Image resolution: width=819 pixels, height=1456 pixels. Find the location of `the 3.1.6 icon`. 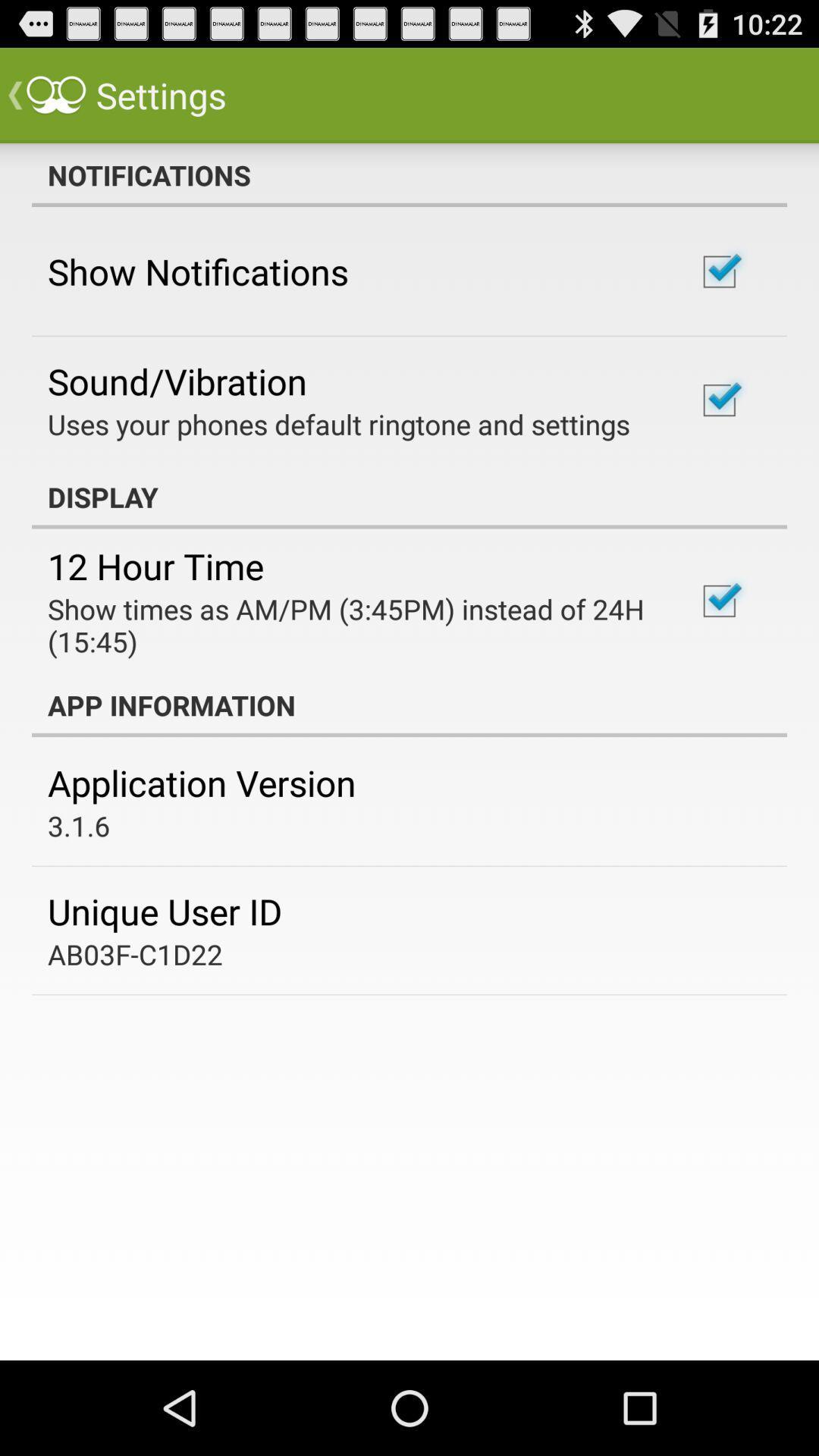

the 3.1.6 icon is located at coordinates (79, 825).